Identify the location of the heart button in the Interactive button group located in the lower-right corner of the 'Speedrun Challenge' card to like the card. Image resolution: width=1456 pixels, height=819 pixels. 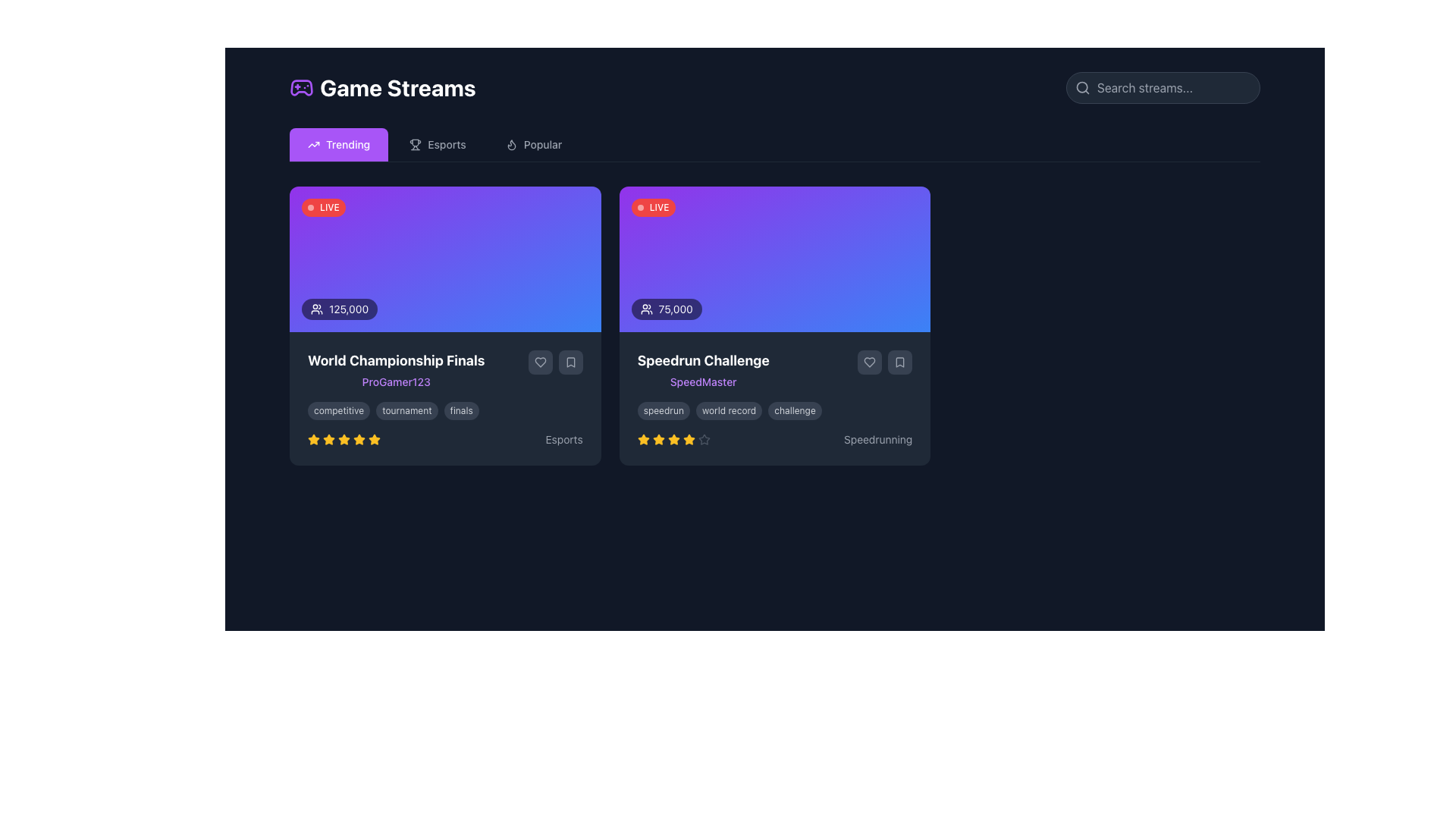
(885, 362).